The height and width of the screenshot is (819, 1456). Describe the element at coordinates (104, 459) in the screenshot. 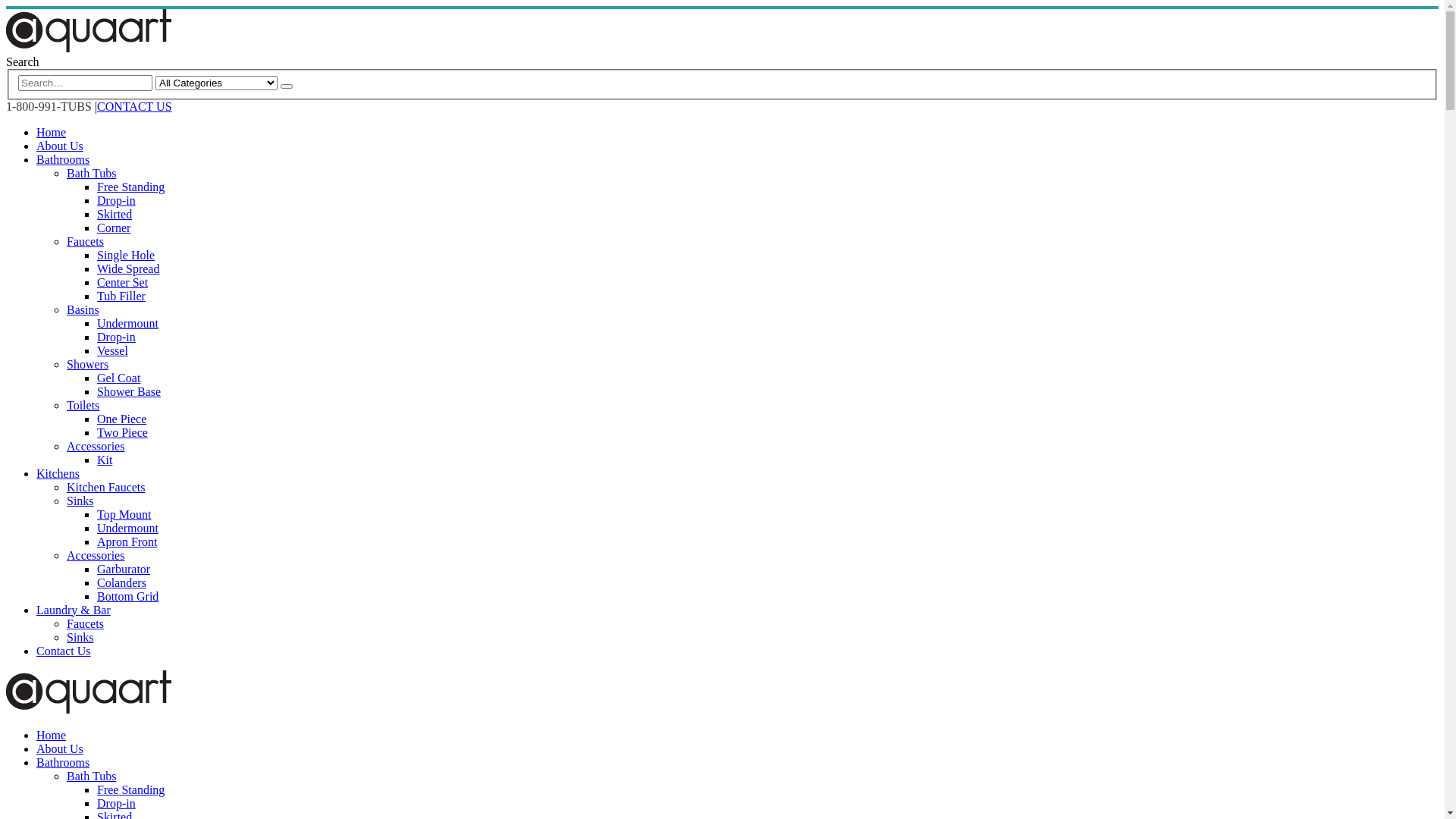

I see `'Kit'` at that location.